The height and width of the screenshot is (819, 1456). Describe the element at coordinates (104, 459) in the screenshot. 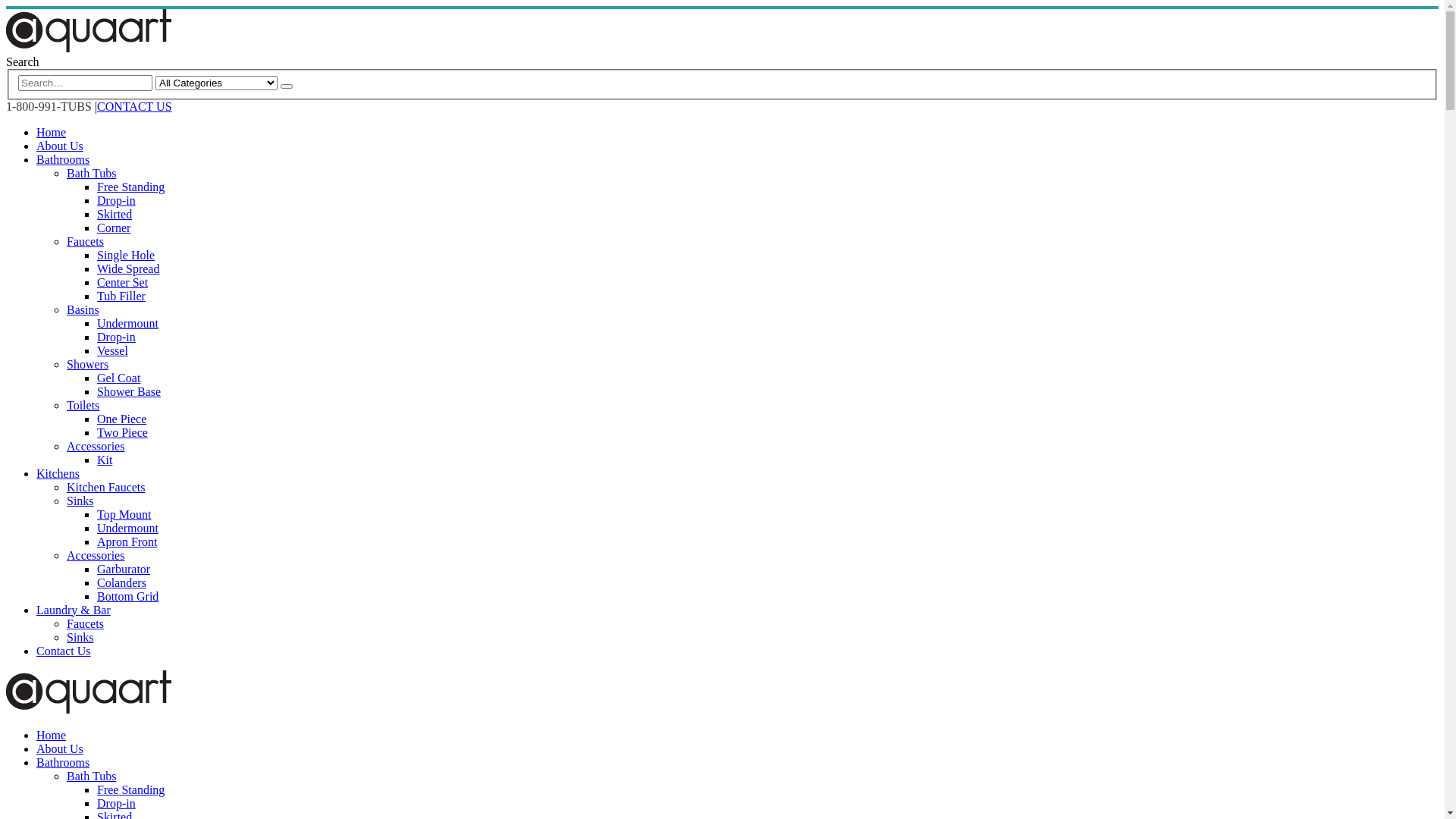

I see `'Kit'` at that location.